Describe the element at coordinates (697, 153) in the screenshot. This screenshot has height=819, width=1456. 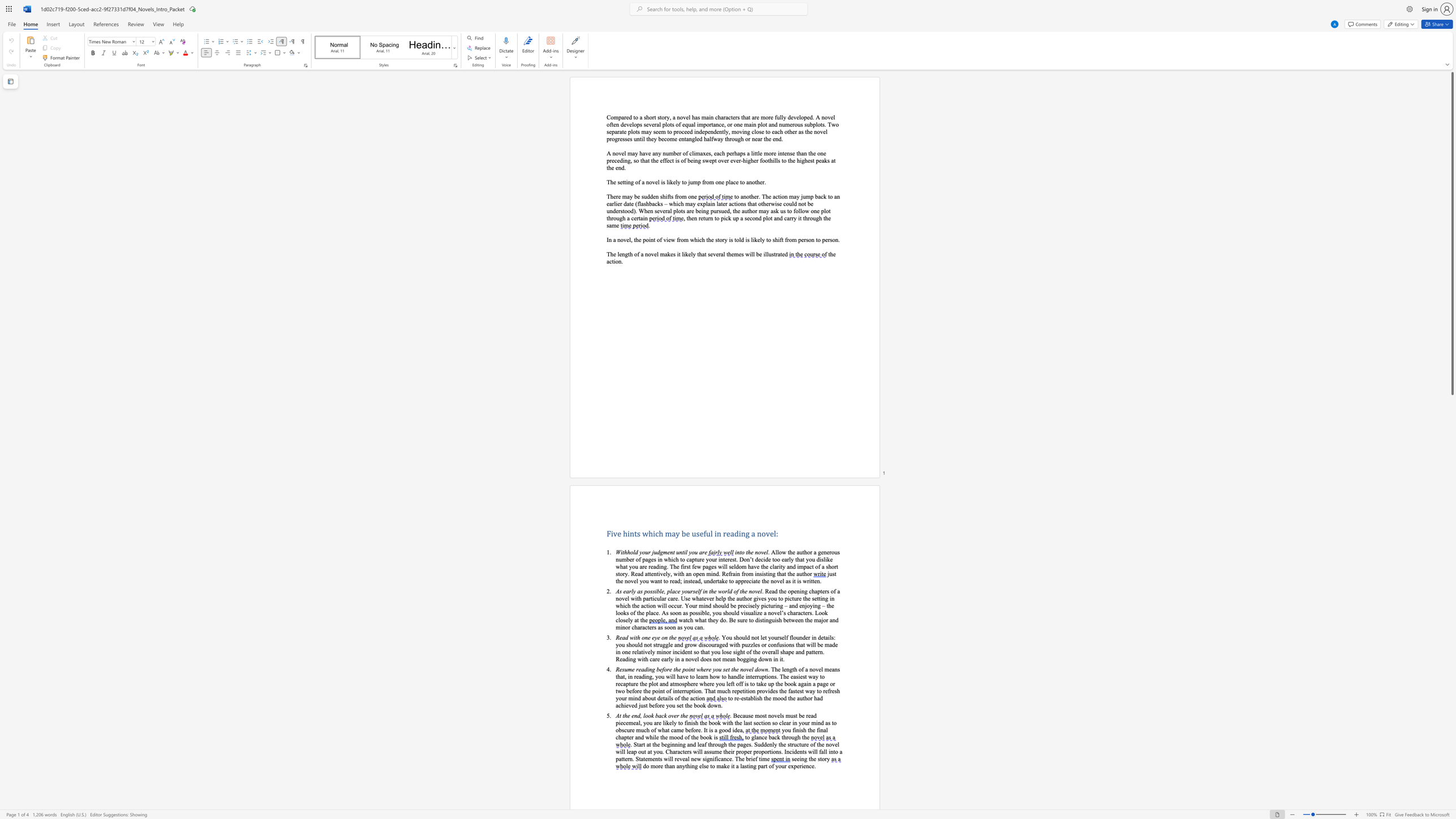
I see `the 3th character "m" in the text` at that location.